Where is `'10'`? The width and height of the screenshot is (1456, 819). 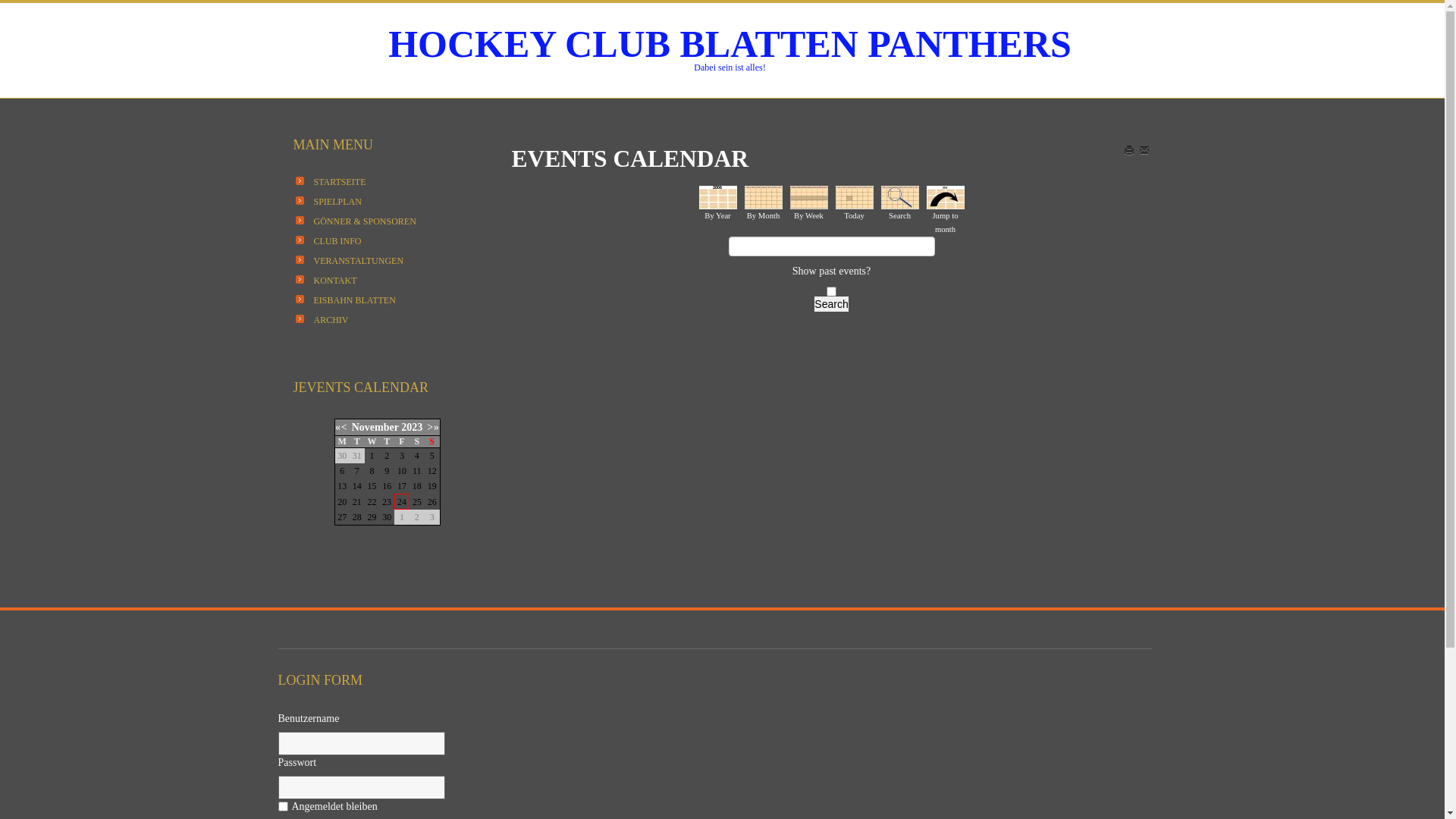 '10' is located at coordinates (401, 470).